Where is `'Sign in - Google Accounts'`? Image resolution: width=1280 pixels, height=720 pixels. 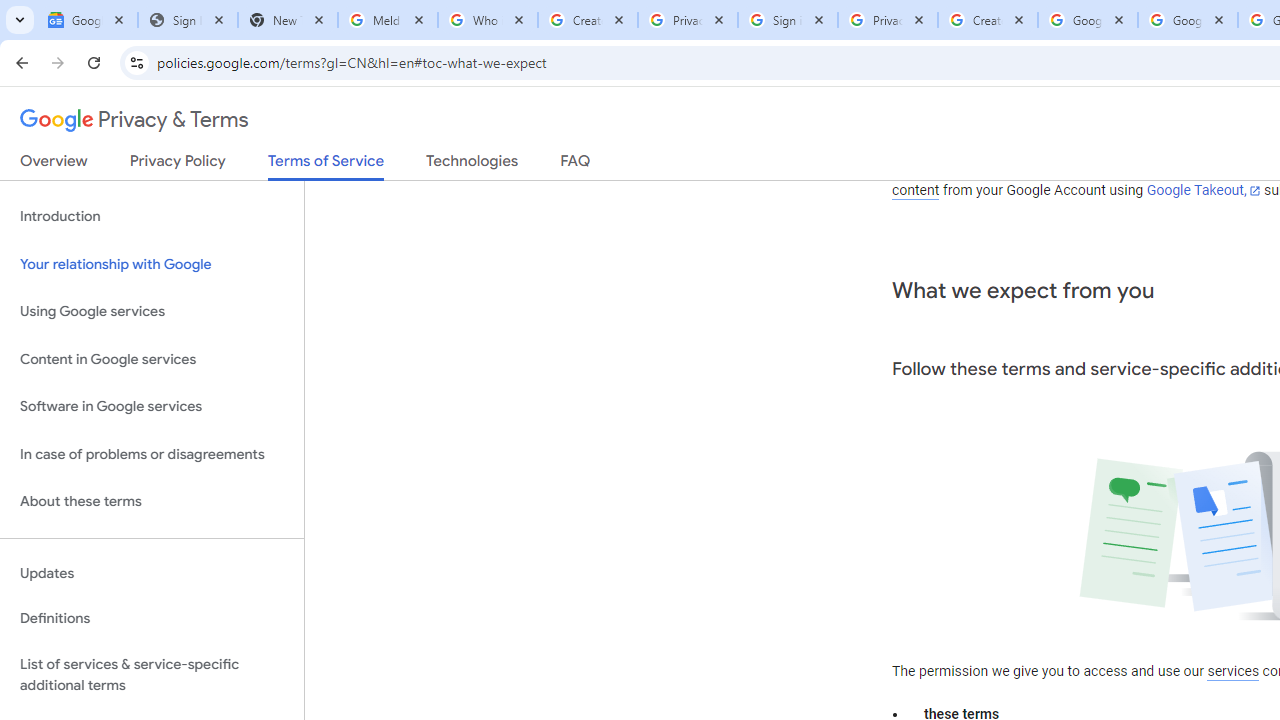 'Sign in - Google Accounts' is located at coordinates (787, 20).